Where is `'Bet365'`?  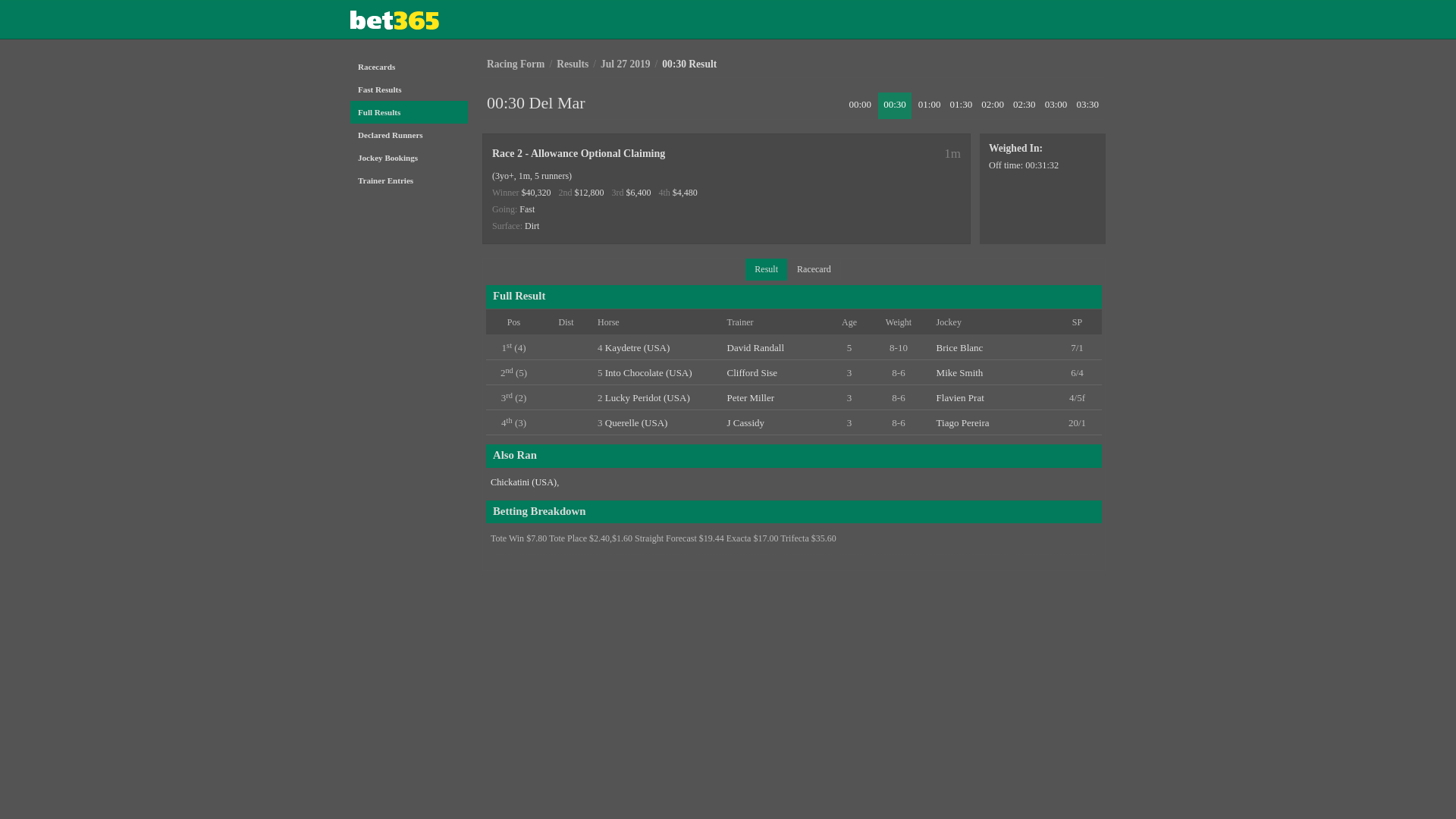
'Bet365' is located at coordinates (349, 20).